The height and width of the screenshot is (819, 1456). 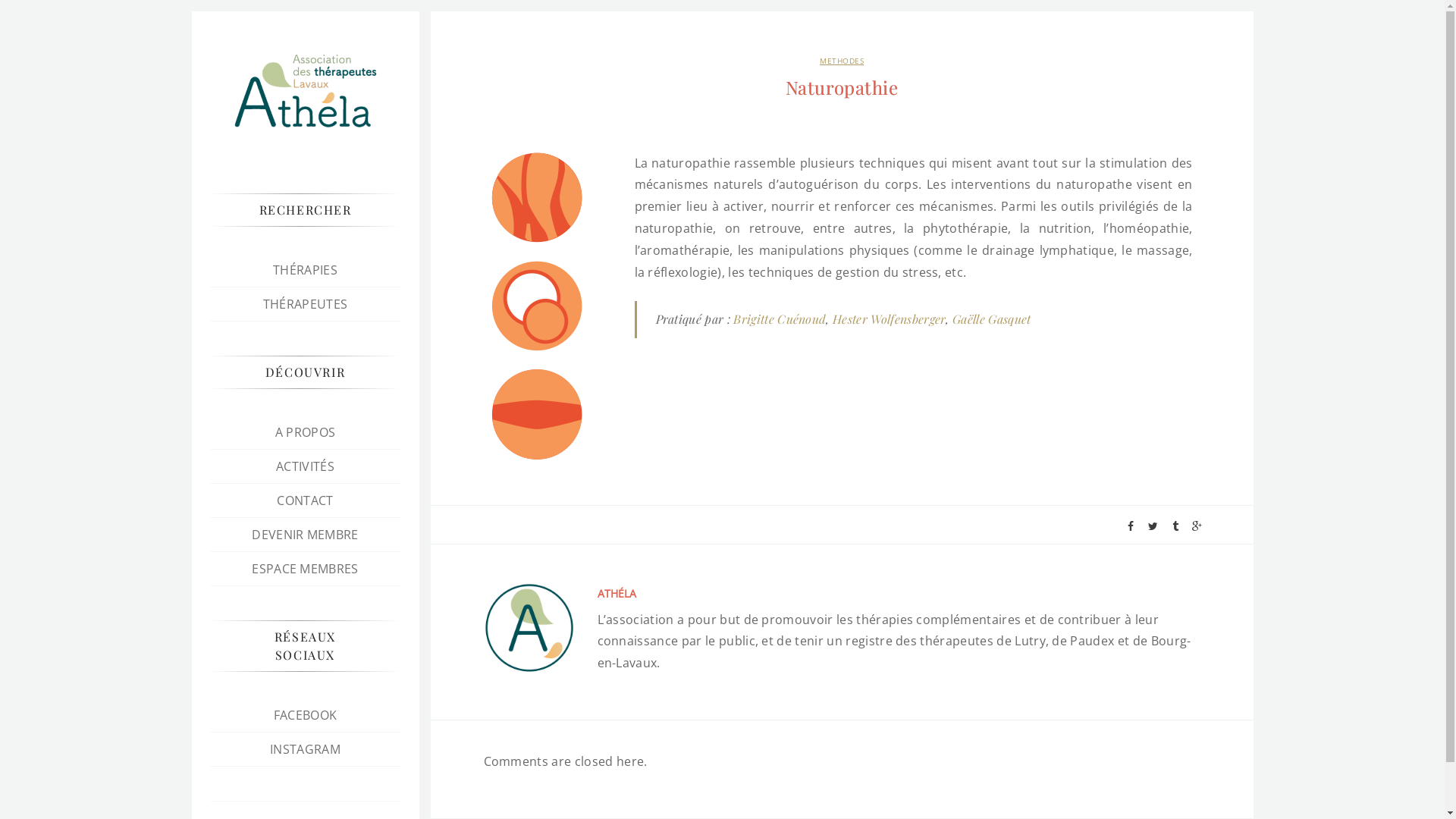 What do you see at coordinates (840, 60) in the screenshot?
I see `'METHODES'` at bounding box center [840, 60].